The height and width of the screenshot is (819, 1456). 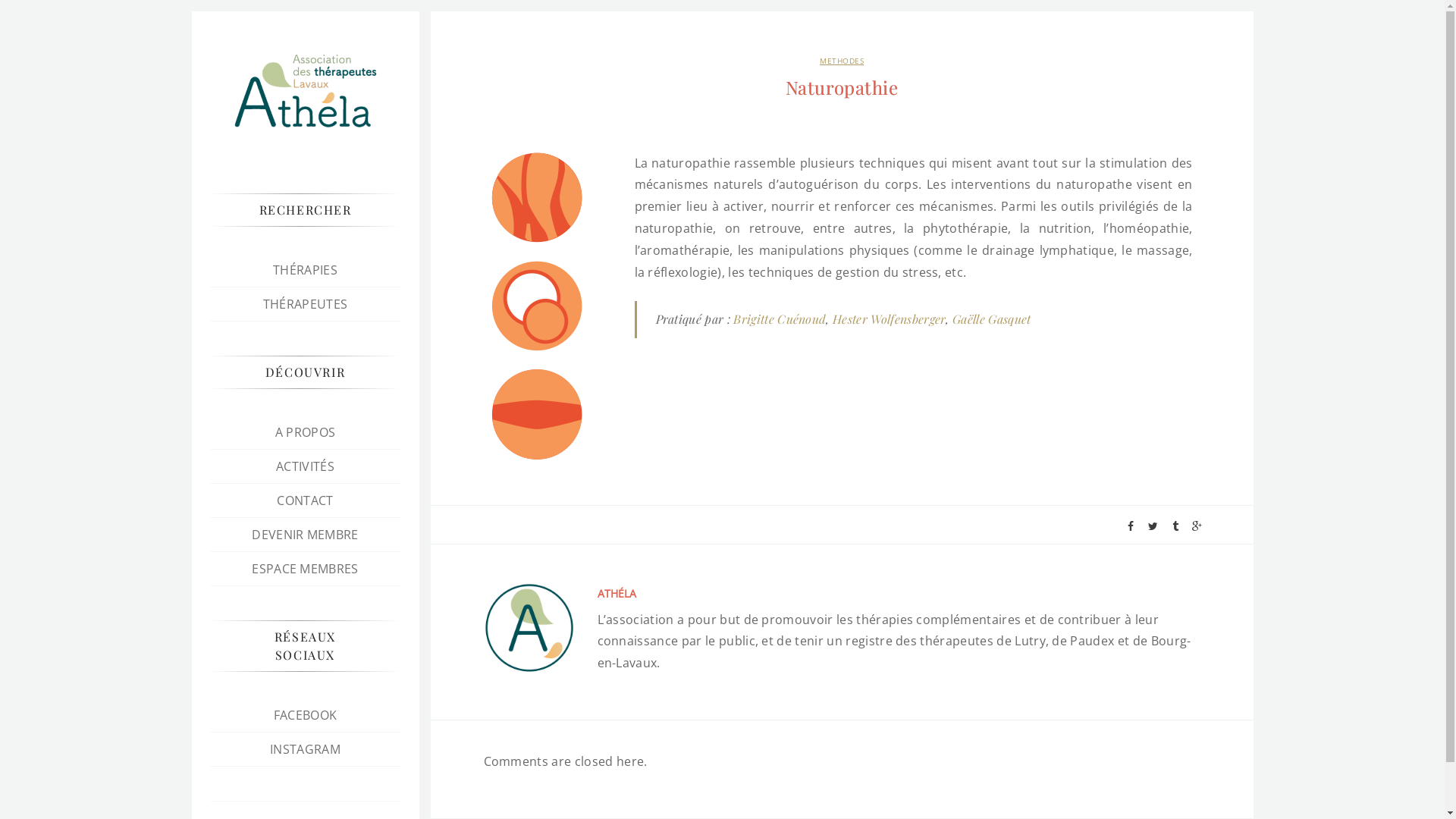 What do you see at coordinates (840, 60) in the screenshot?
I see `'METHODES'` at bounding box center [840, 60].